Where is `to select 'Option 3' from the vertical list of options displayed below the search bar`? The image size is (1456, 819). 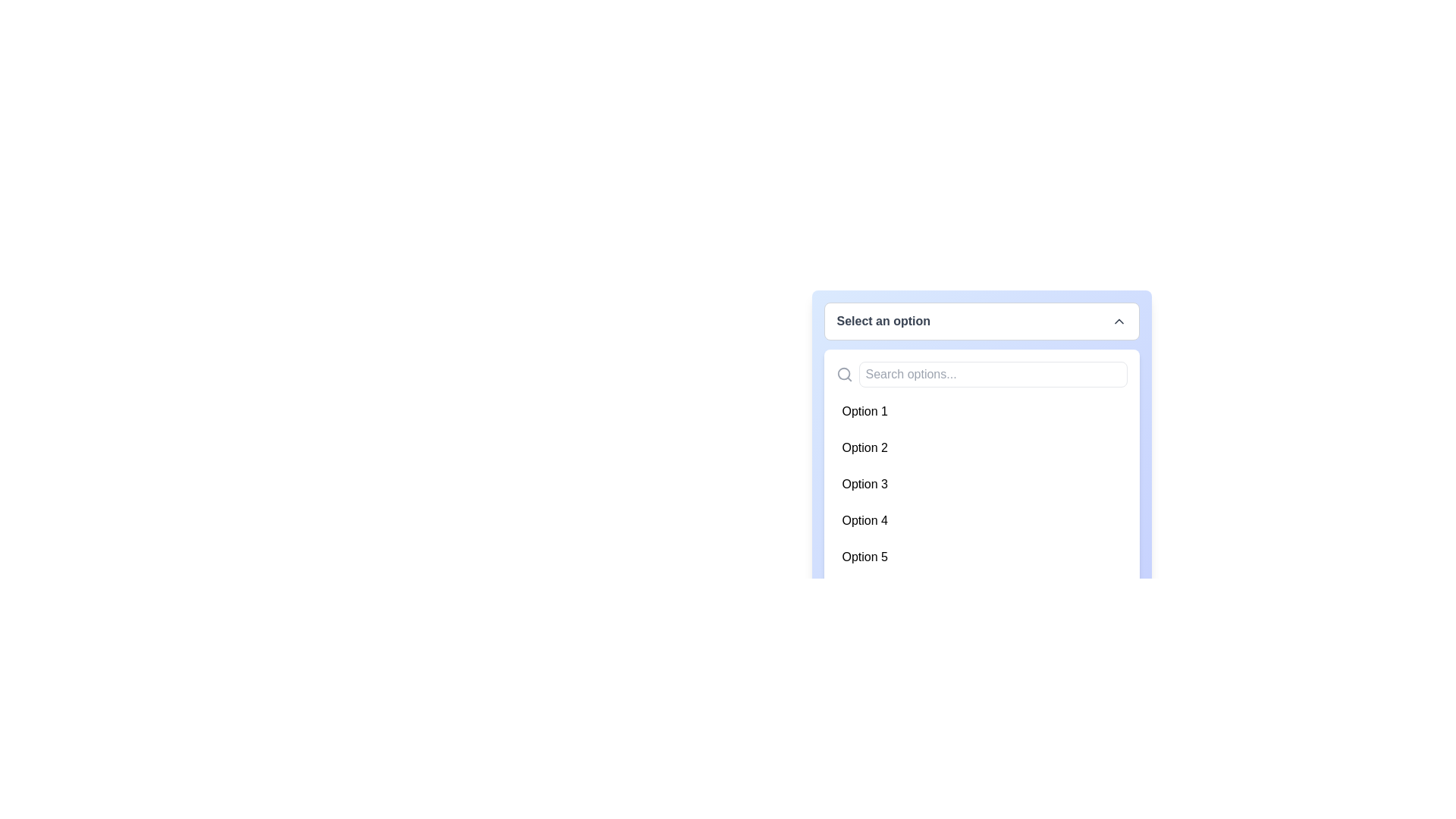 to select 'Option 3' from the vertical list of options displayed below the search bar is located at coordinates (981, 485).